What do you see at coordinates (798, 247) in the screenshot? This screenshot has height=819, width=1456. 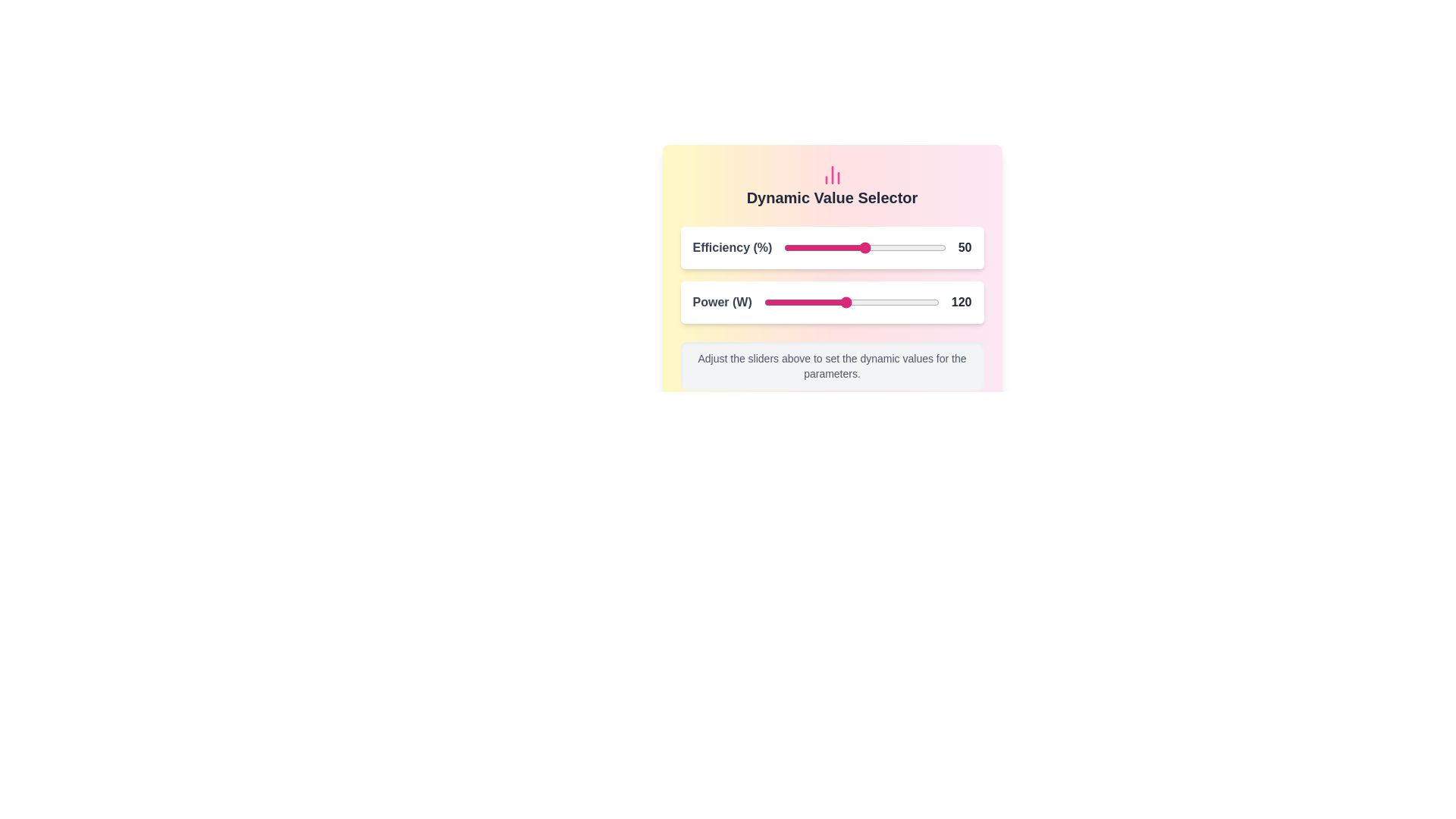 I see `the Efficiency slider to 9 percentage` at bounding box center [798, 247].